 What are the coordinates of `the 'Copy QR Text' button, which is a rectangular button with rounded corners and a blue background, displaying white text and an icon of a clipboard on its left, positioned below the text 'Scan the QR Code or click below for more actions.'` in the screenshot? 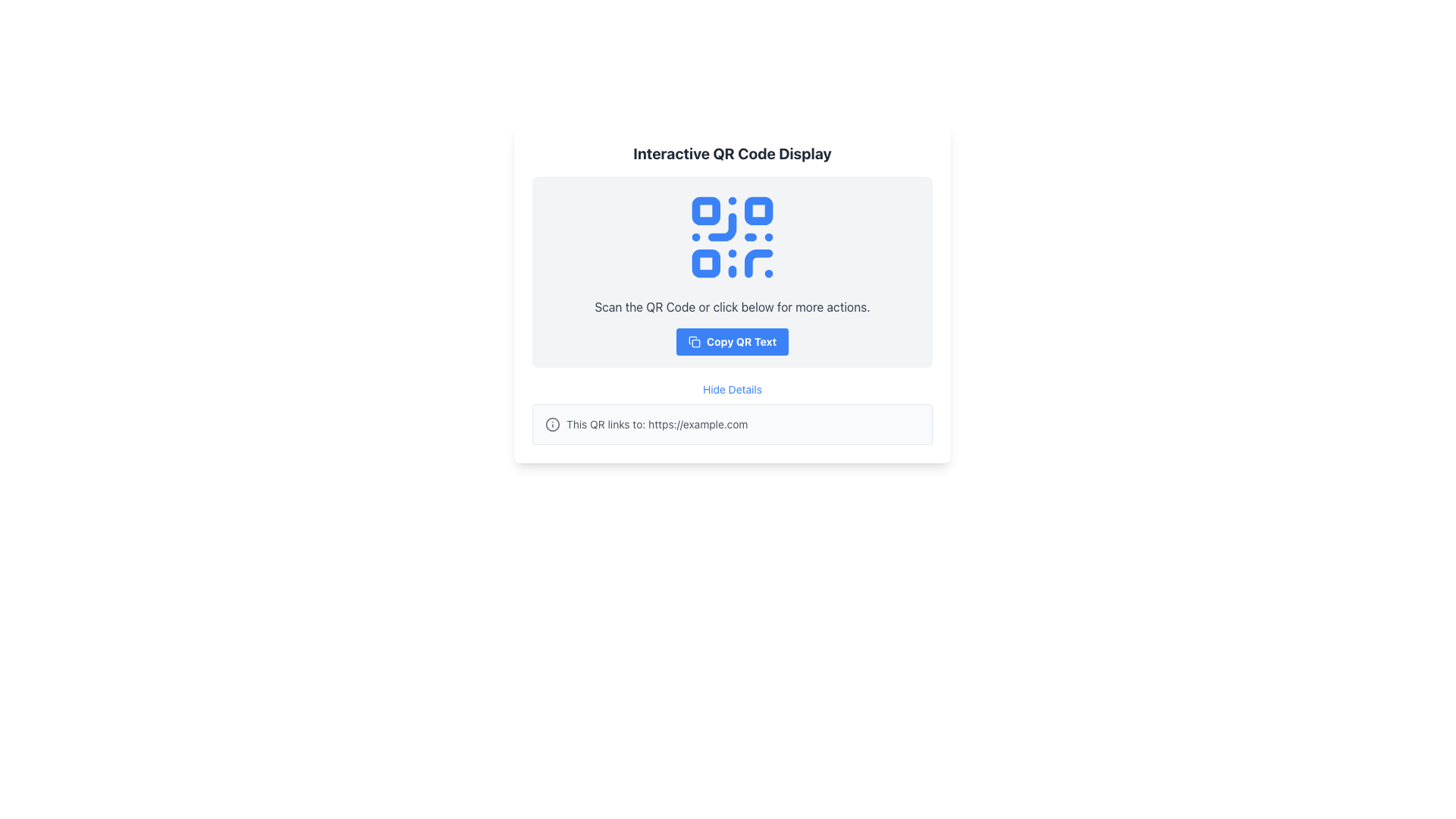 It's located at (732, 342).